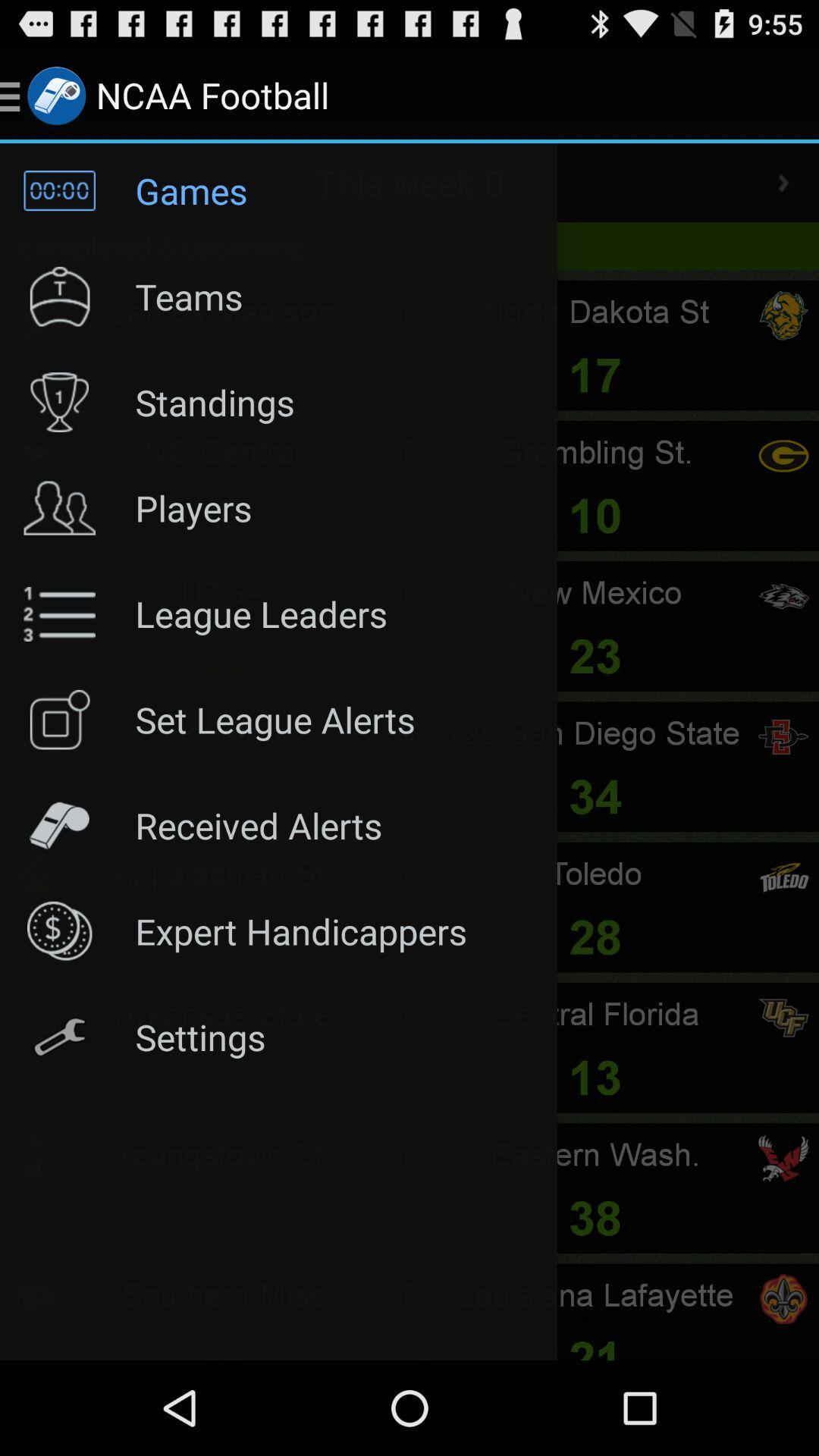 The width and height of the screenshot is (819, 1456). I want to click on the ucf in florida, so click(783, 1018).